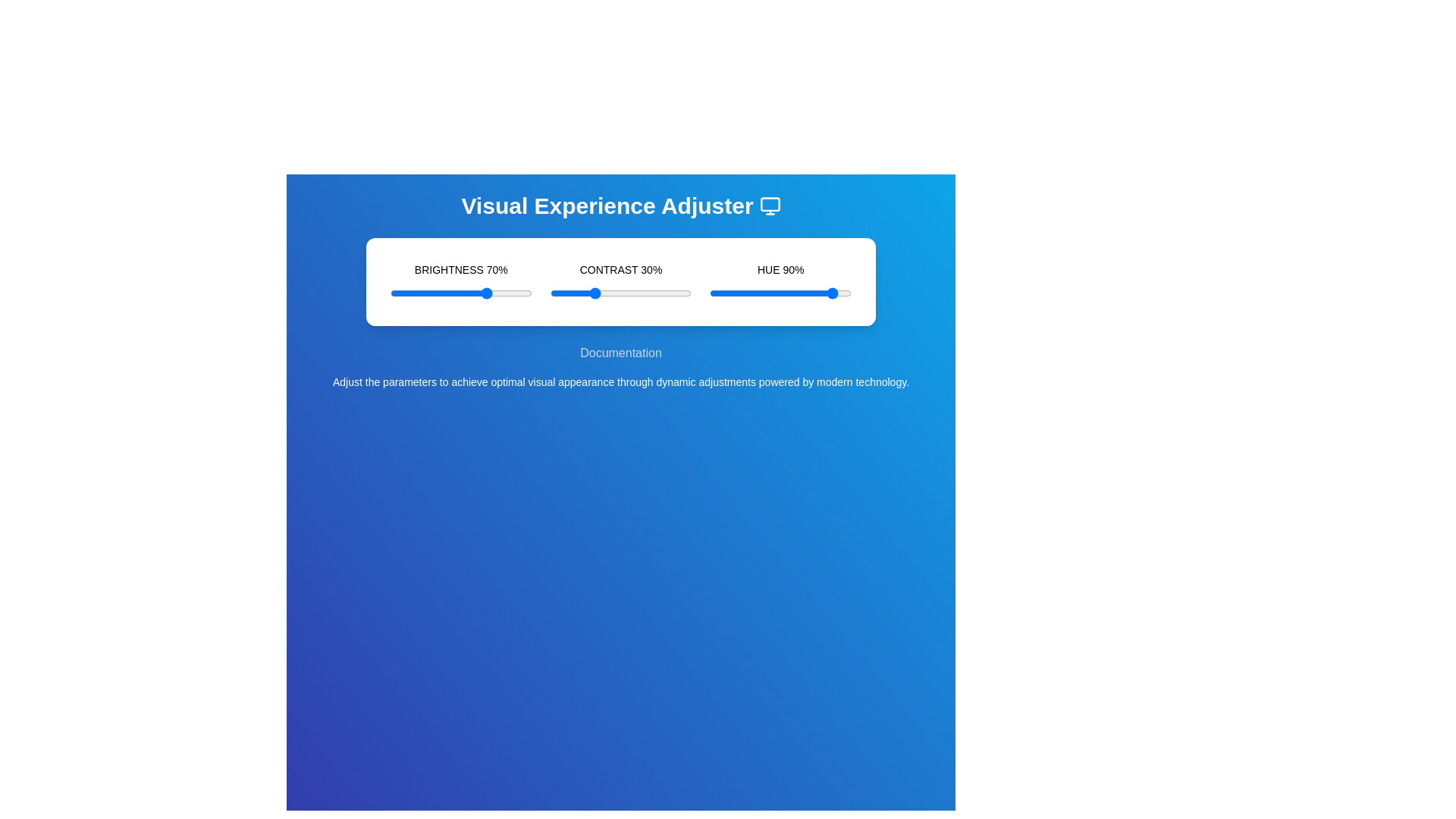 The width and height of the screenshot is (1456, 819). I want to click on the contrast slider to set the contrast level to 72, so click(651, 293).